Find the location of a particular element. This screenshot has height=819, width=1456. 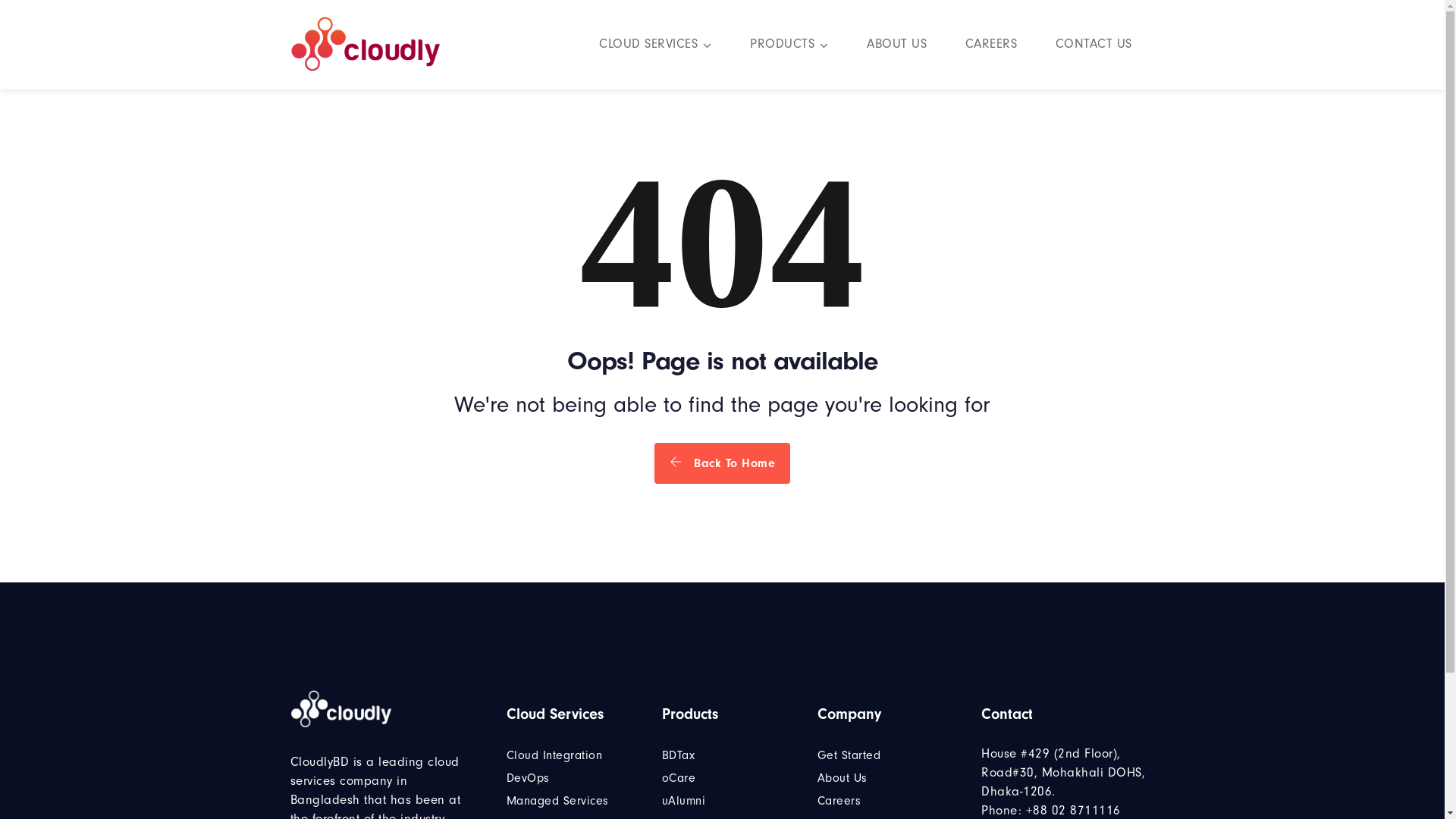

'Cloud Integration' is located at coordinates (506, 755).